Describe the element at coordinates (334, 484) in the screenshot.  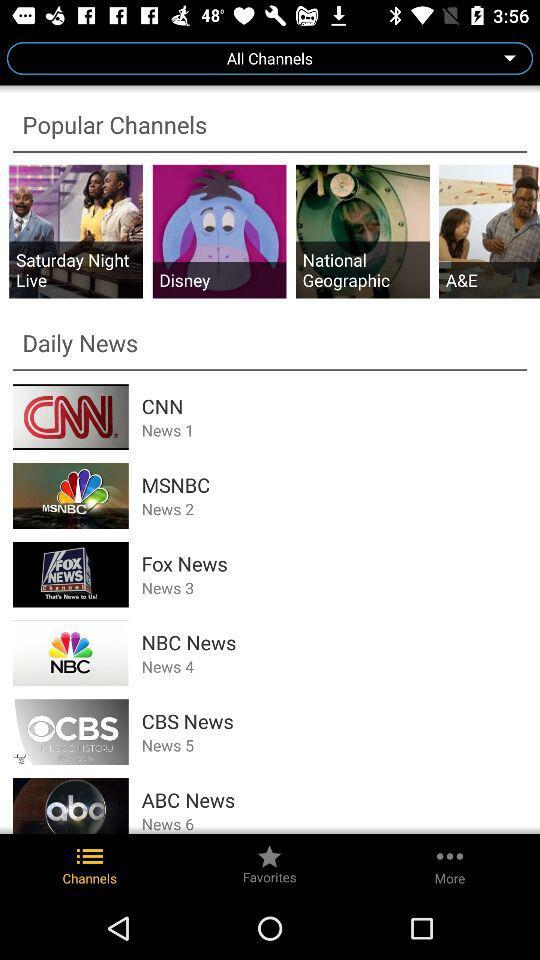
I see `app above the news 2 item` at that location.